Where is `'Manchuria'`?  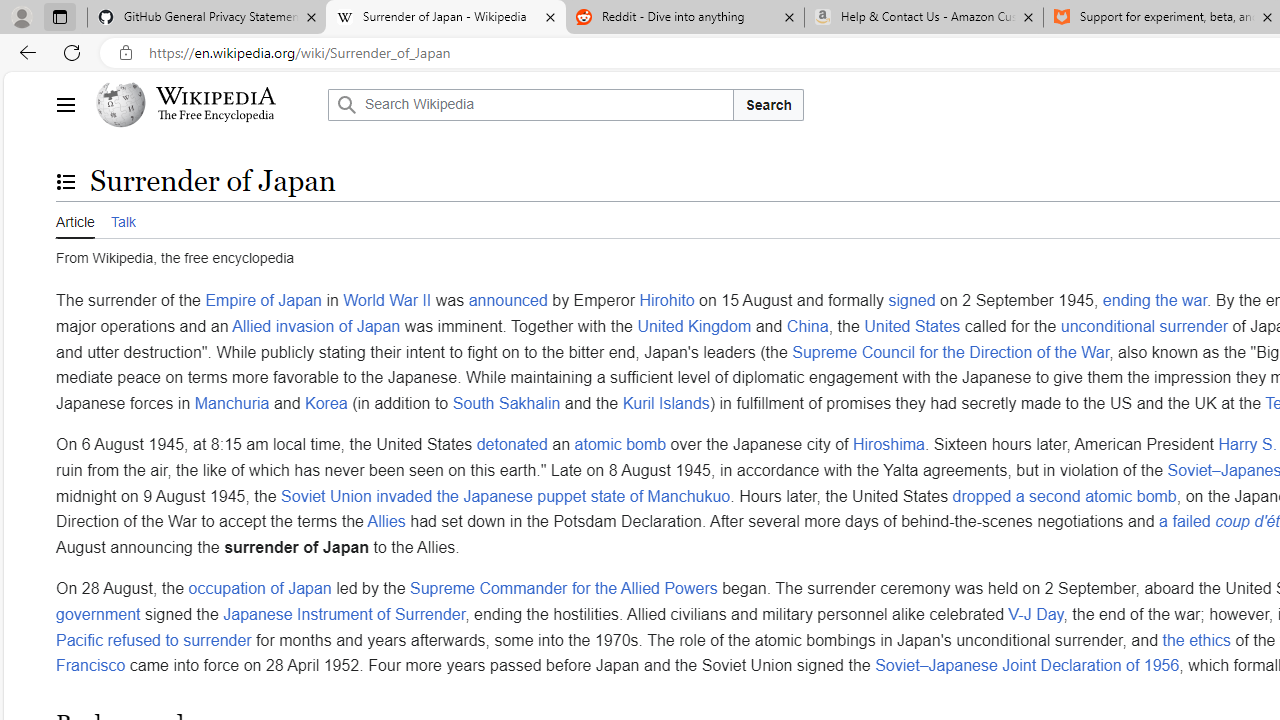
'Manchuria' is located at coordinates (232, 402).